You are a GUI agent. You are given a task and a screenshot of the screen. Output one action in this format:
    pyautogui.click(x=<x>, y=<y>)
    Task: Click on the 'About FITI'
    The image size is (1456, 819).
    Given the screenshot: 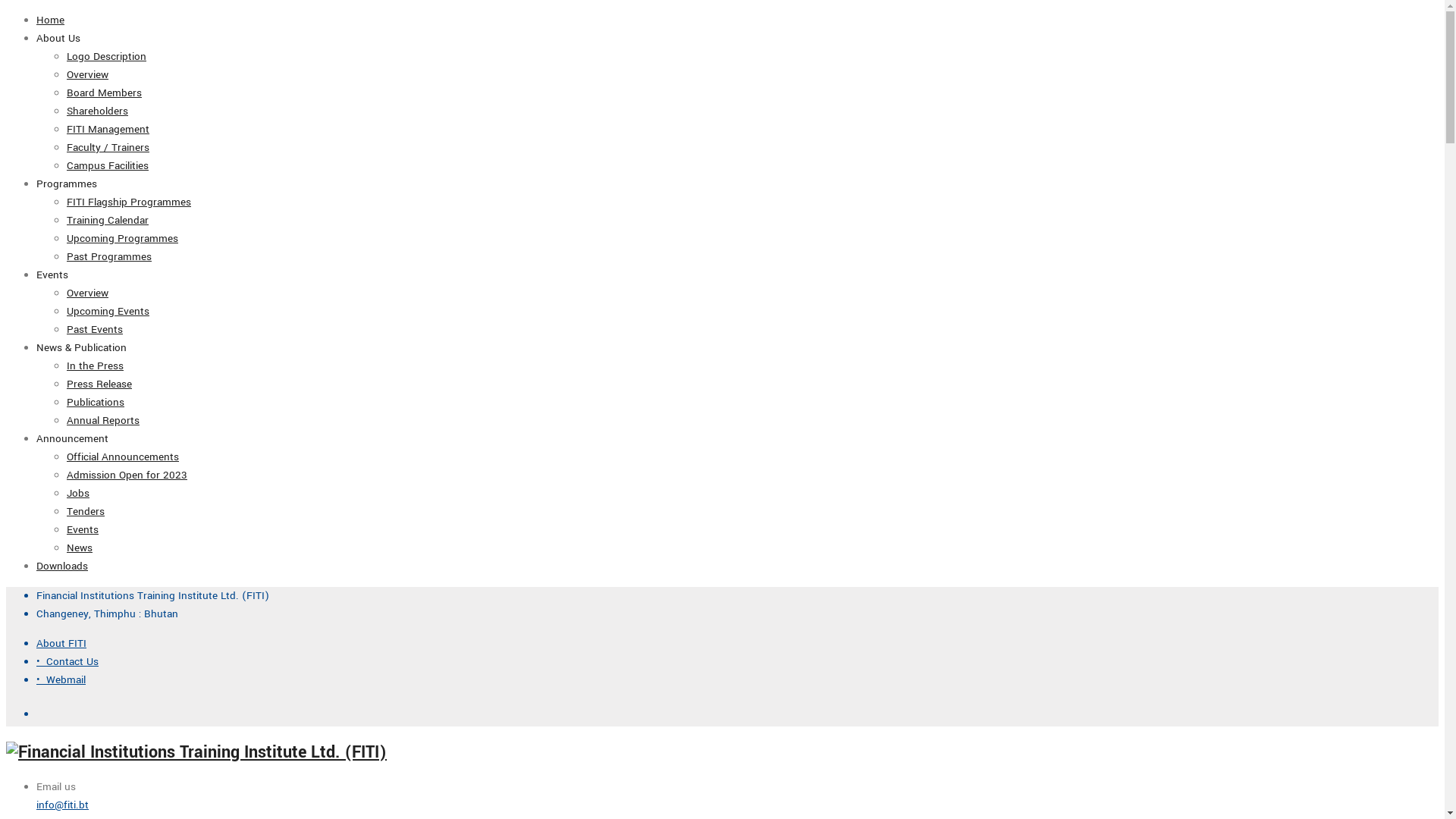 What is the action you would take?
    pyautogui.click(x=61, y=643)
    